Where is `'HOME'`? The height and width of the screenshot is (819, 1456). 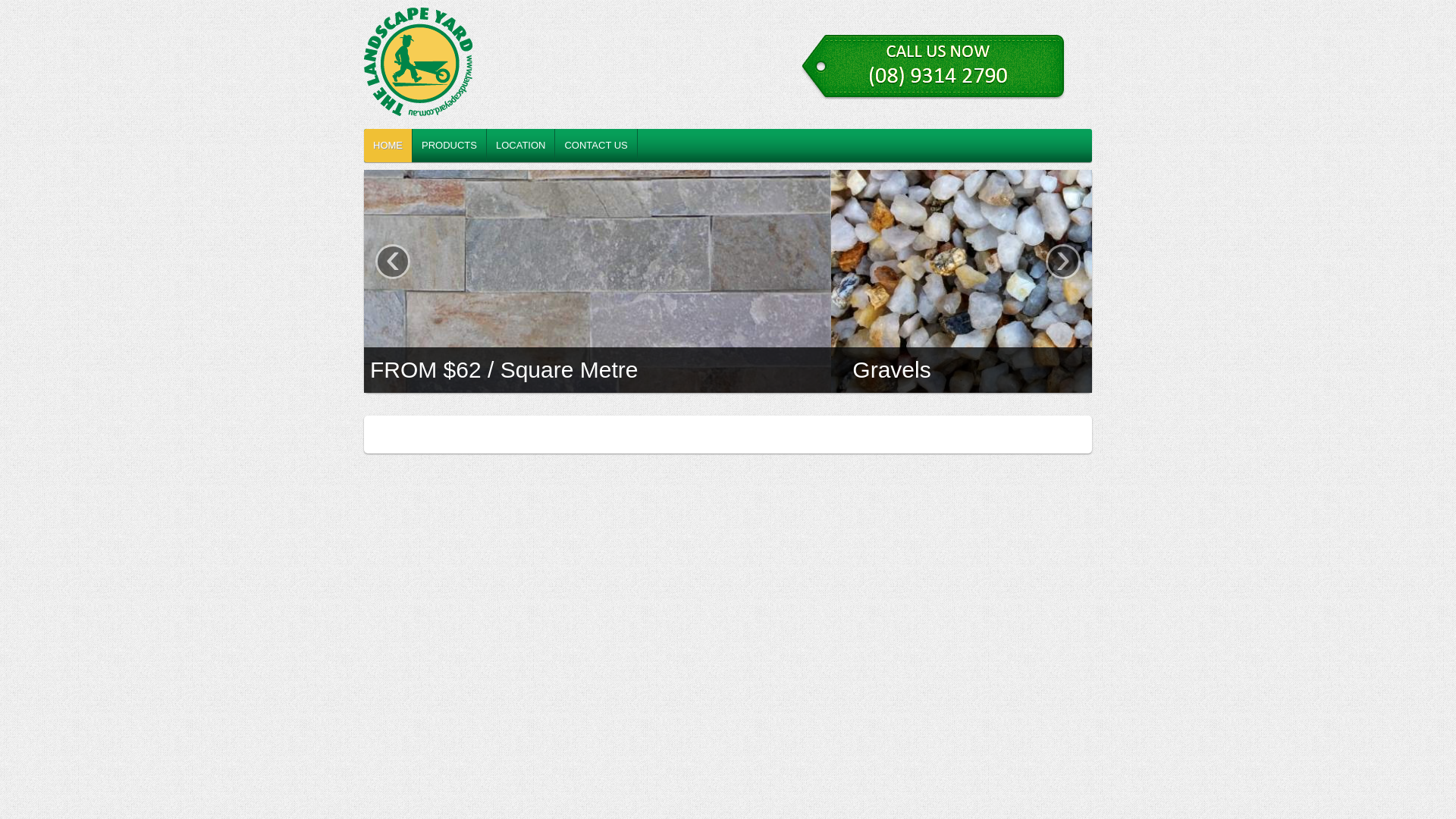 'HOME' is located at coordinates (388, 146).